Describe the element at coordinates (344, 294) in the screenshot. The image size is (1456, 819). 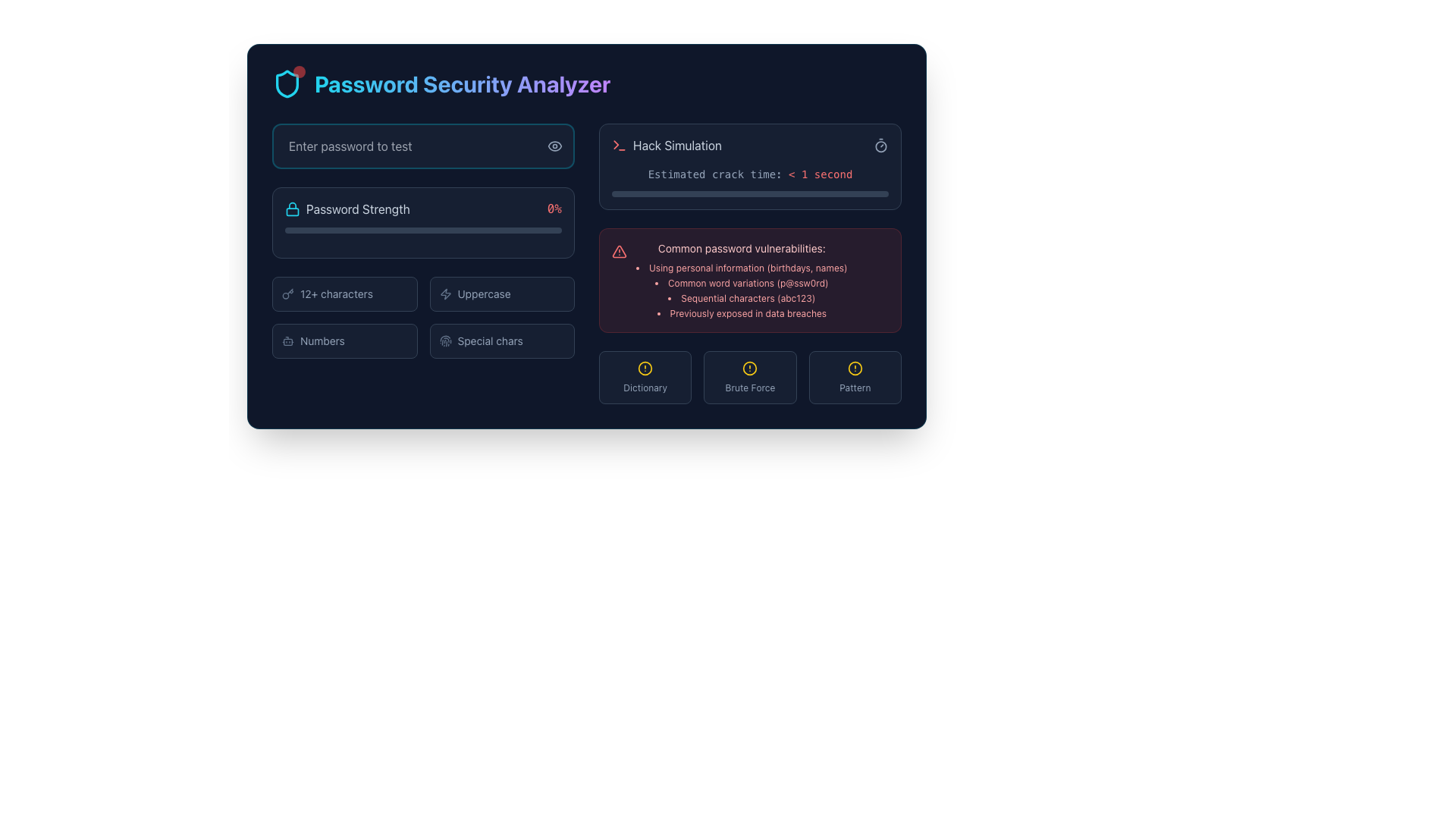
I see `the label reading '12+ characters' which is accompanied by a small key icon, located in the top-left of the password requirements box` at that location.